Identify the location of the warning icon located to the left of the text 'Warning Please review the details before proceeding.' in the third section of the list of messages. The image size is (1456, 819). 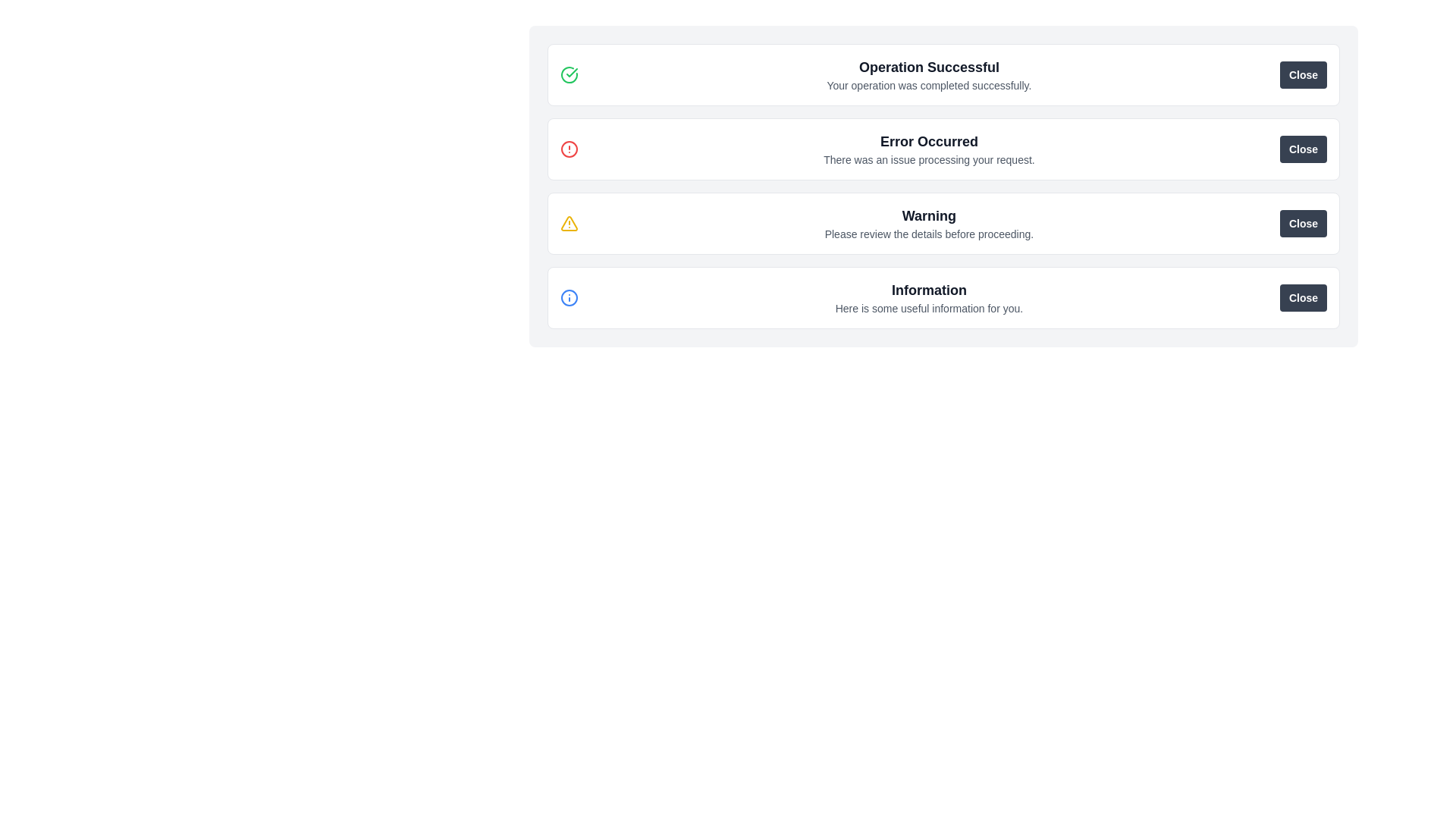
(568, 223).